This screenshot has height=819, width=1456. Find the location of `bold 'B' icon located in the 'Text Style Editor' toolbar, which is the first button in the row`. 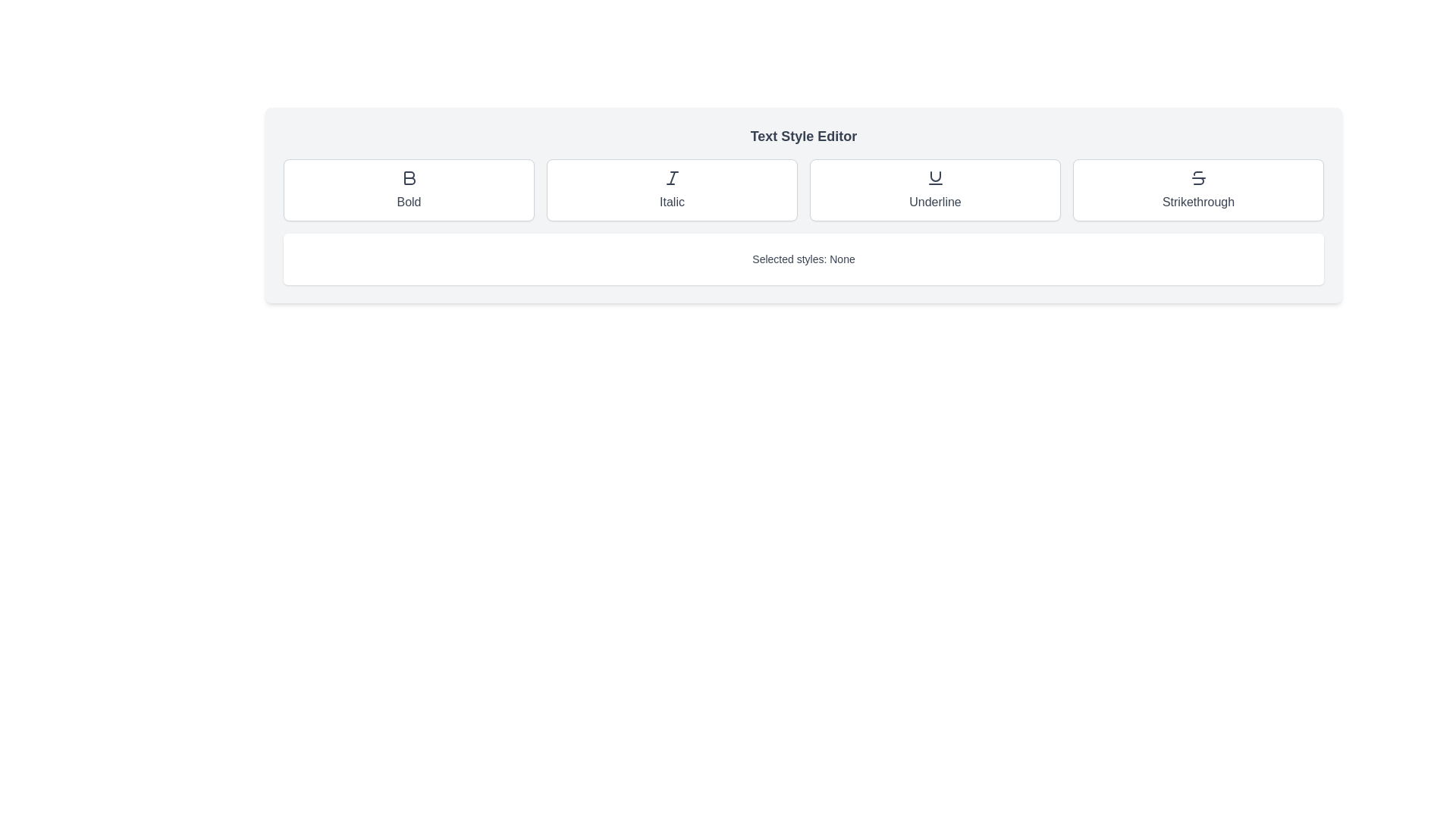

bold 'B' icon located in the 'Text Style Editor' toolbar, which is the first button in the row is located at coordinates (409, 177).